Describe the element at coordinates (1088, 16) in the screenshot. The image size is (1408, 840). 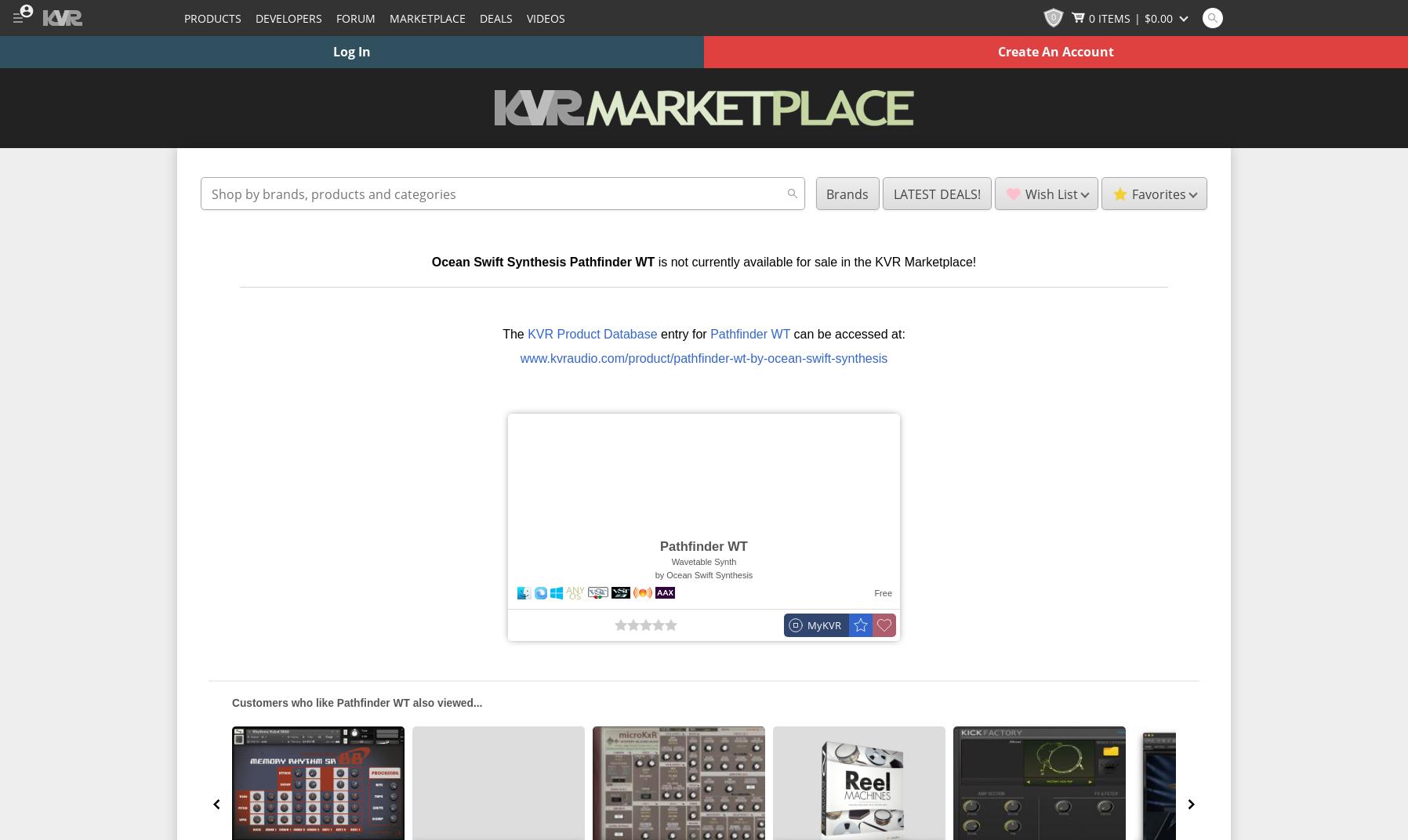
I see `'0 items'` at that location.